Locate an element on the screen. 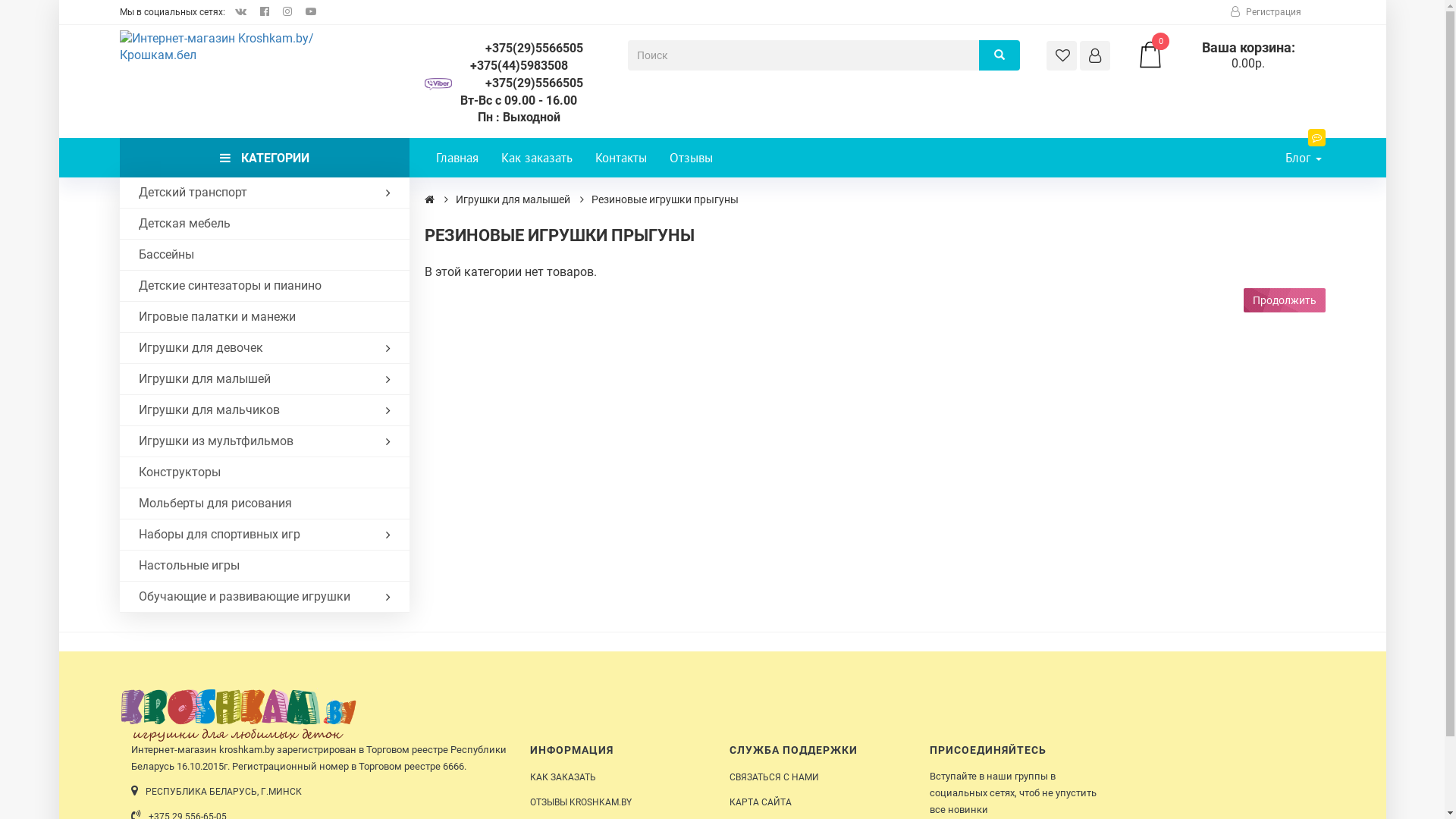 The image size is (1456, 819). '+375(44)5983508' is located at coordinates (425, 65).